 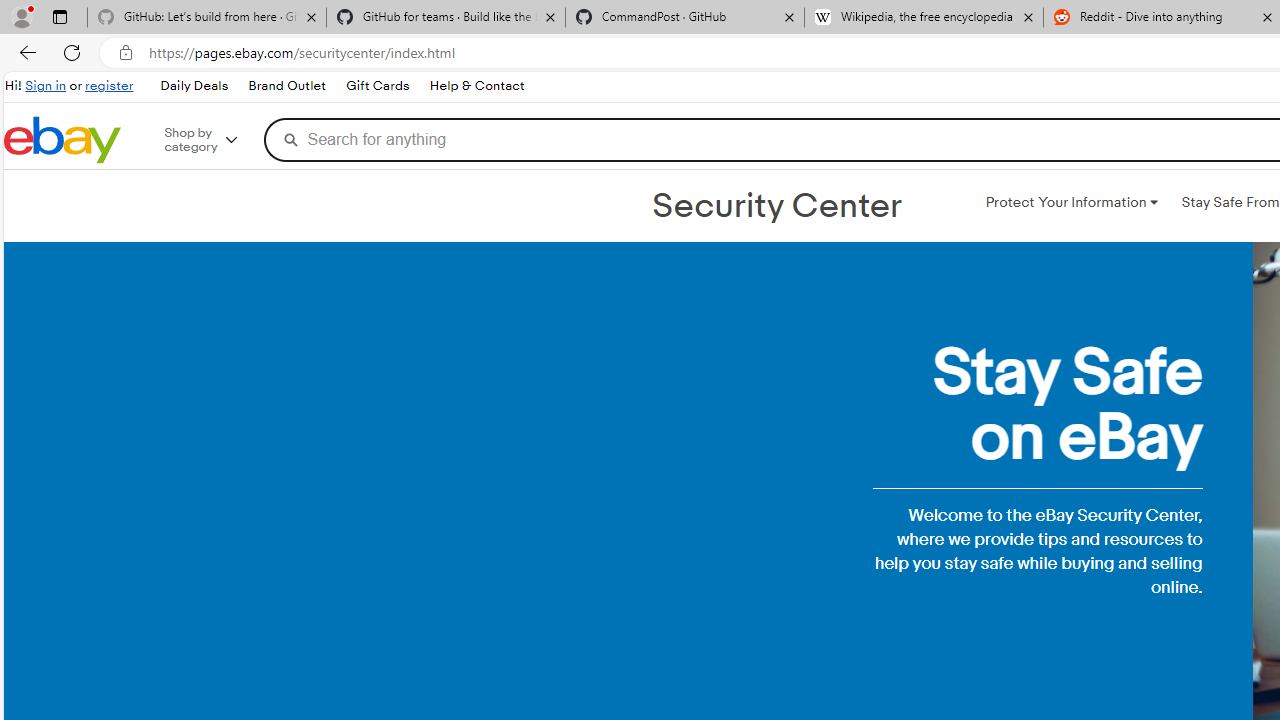 I want to click on 'Wikipedia, the free encyclopedia', so click(x=923, y=17).